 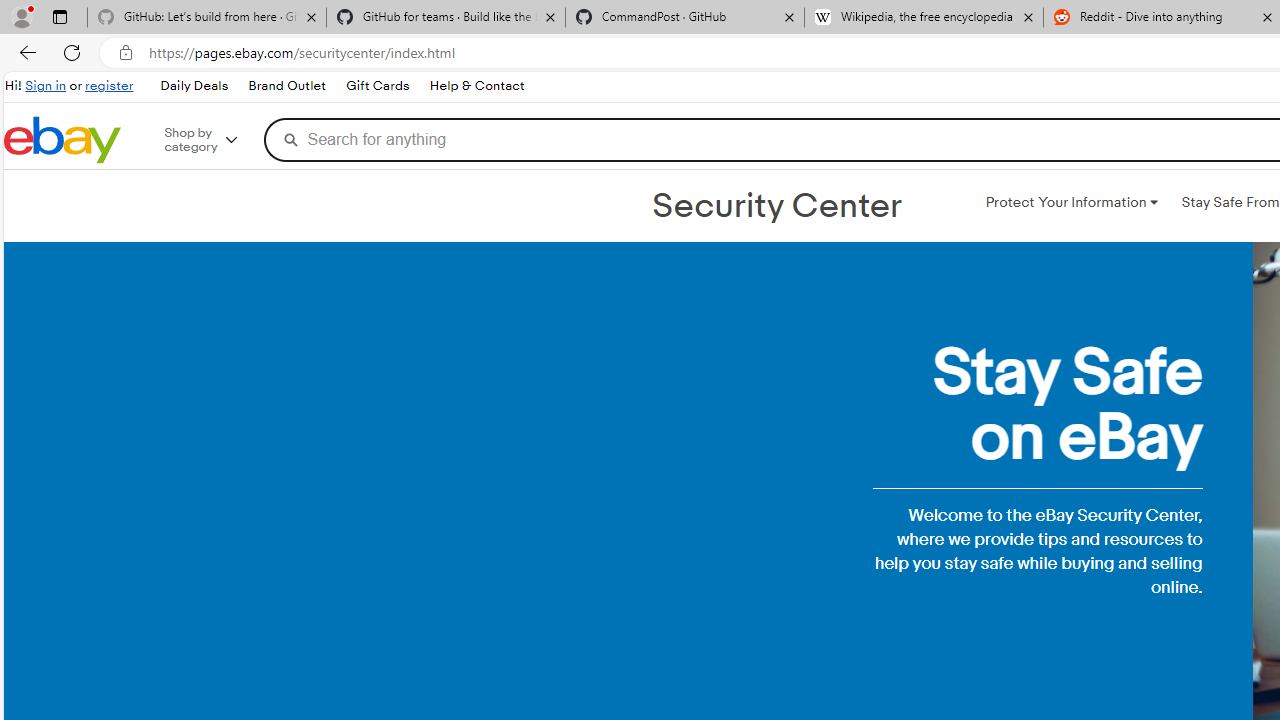 I want to click on 'Wikipedia, the free encyclopedia', so click(x=923, y=17).